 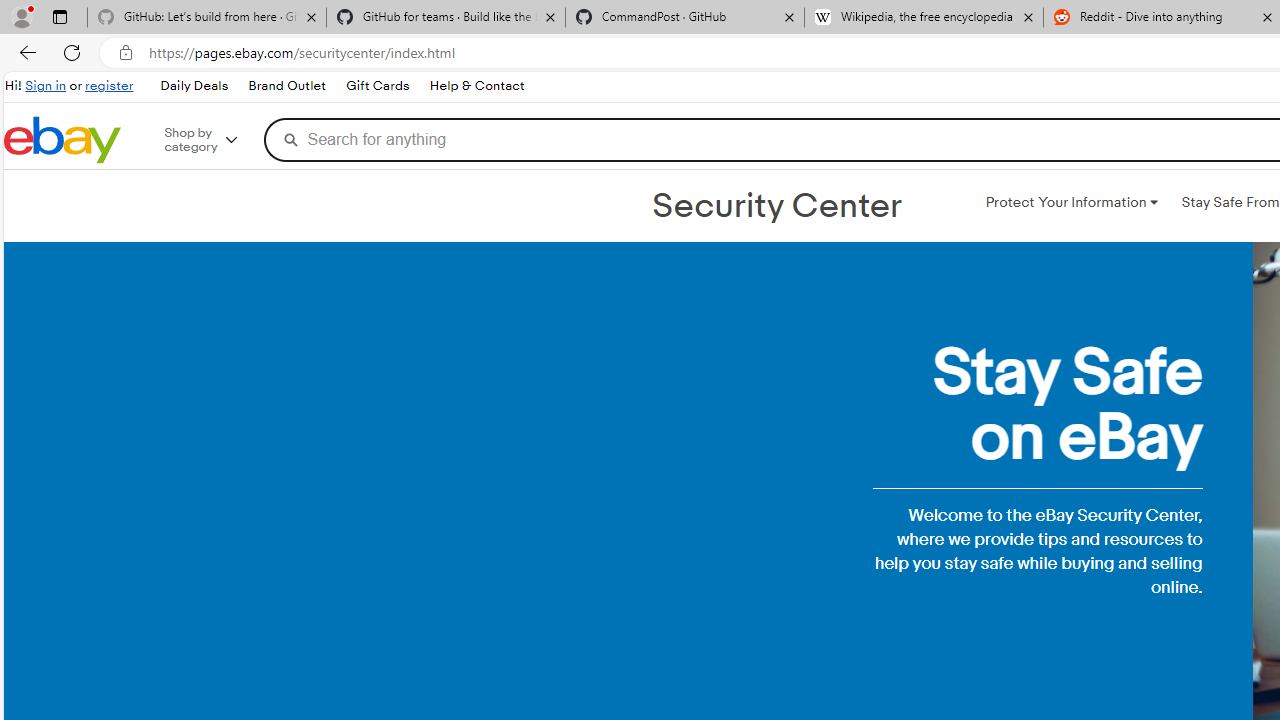 I want to click on 'Wikipedia, the free encyclopedia', so click(x=923, y=17).